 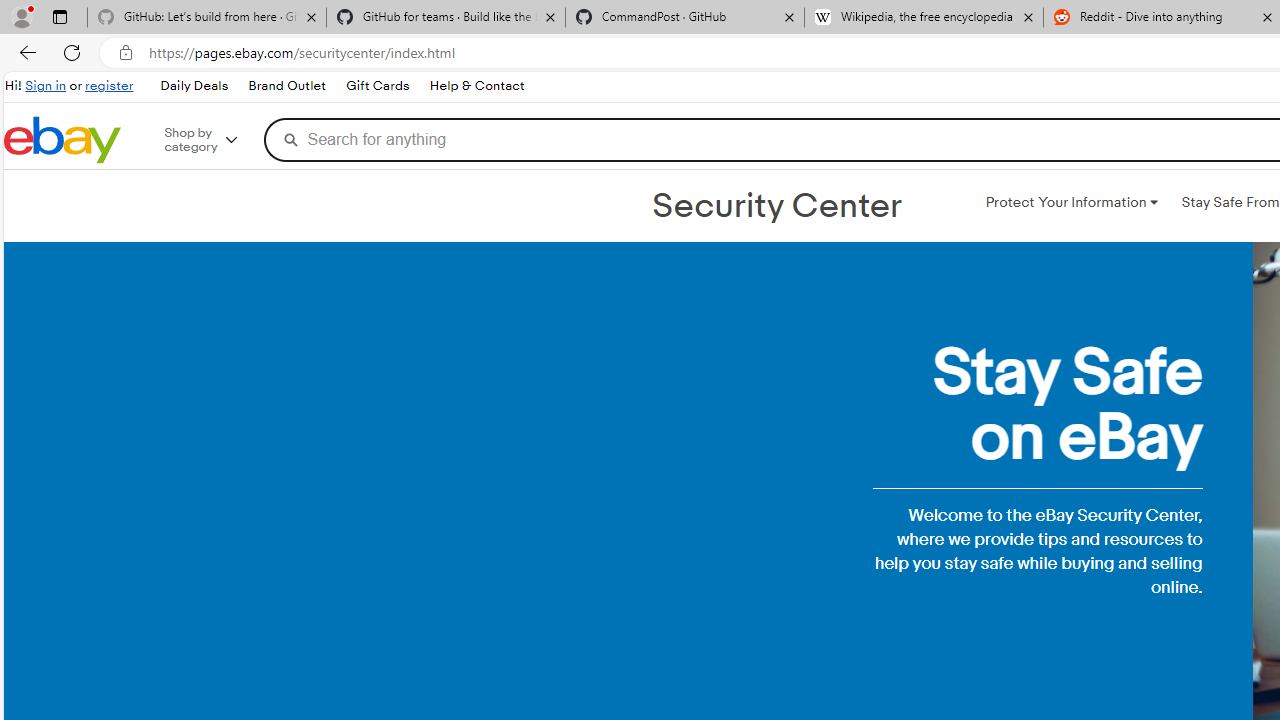 I want to click on 'Wikipedia, the free encyclopedia', so click(x=923, y=17).